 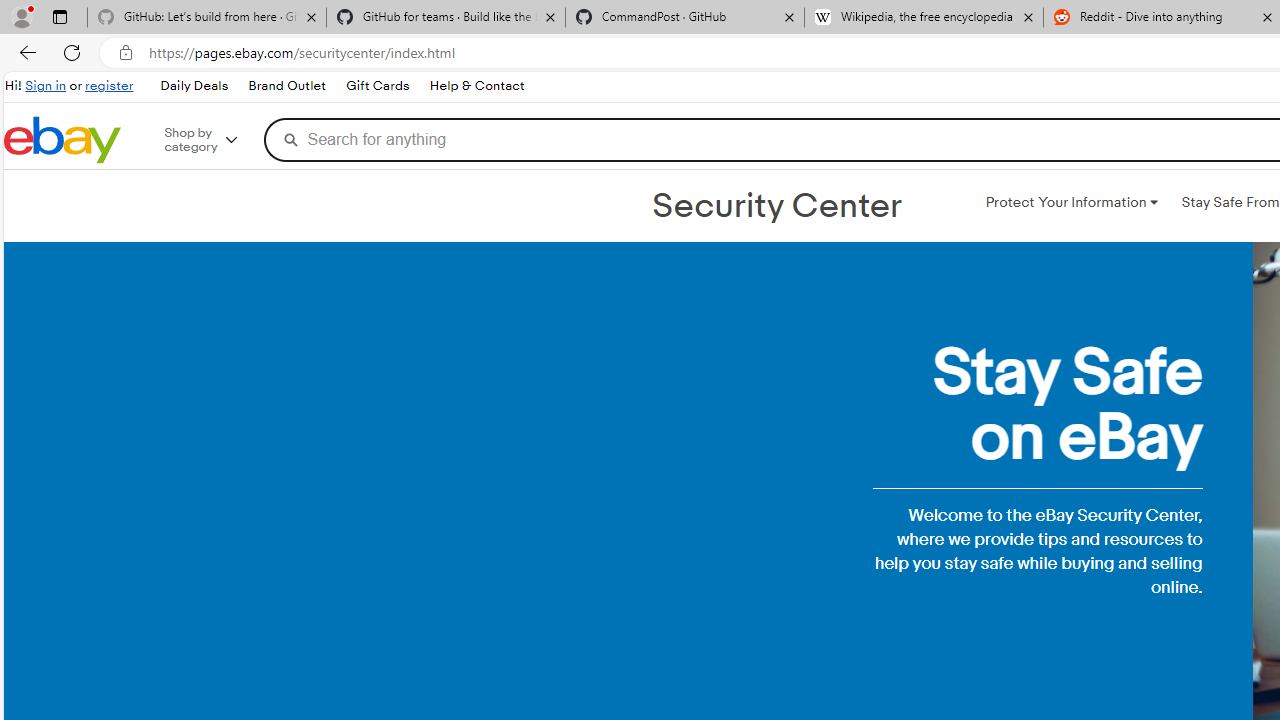 I want to click on 'Wikipedia, the free encyclopedia', so click(x=923, y=17).